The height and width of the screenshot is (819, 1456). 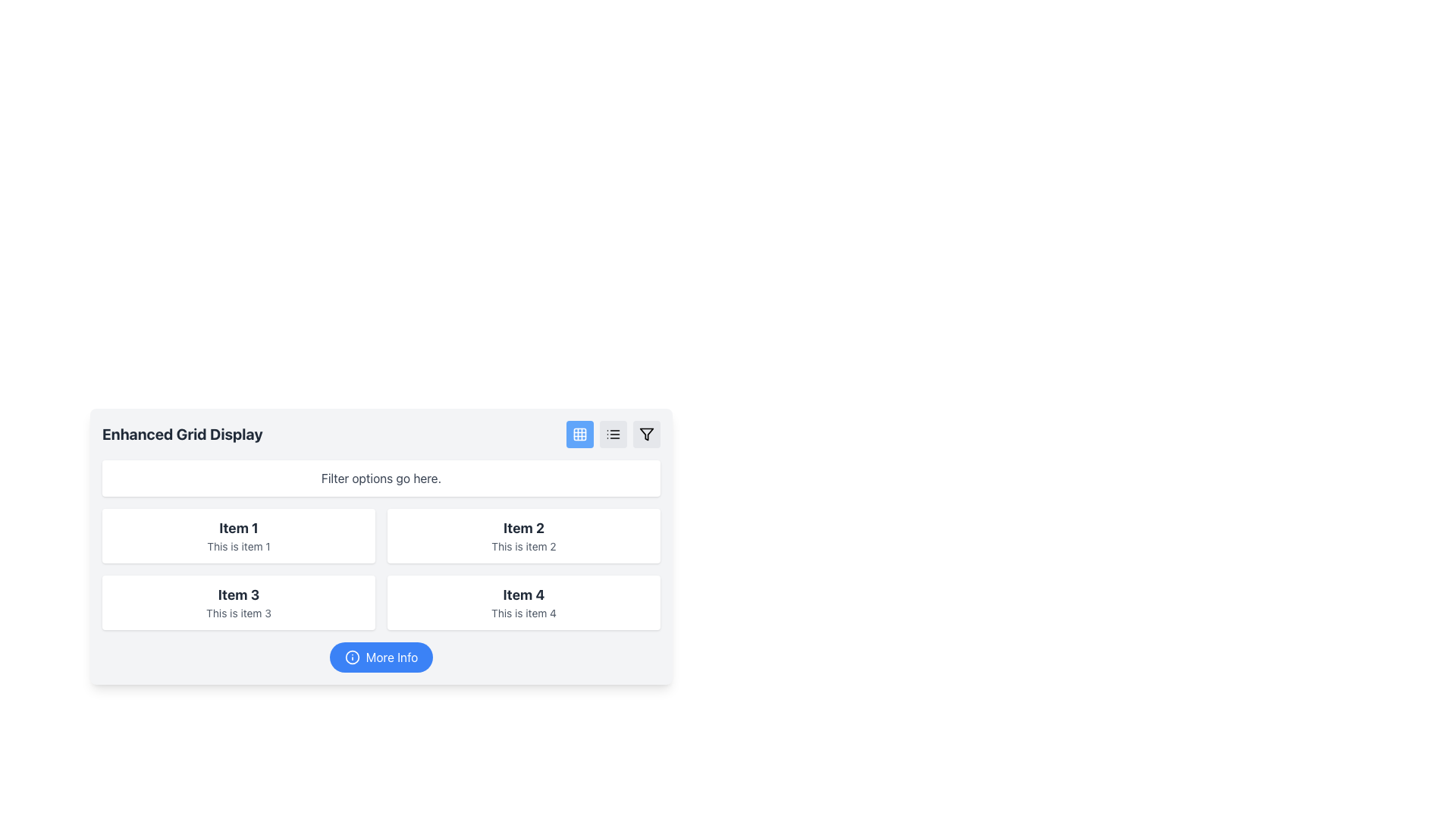 I want to click on the blue rounded button with a grid icon inside, located first in the group of three buttons in the toolbar, so click(x=579, y=435).